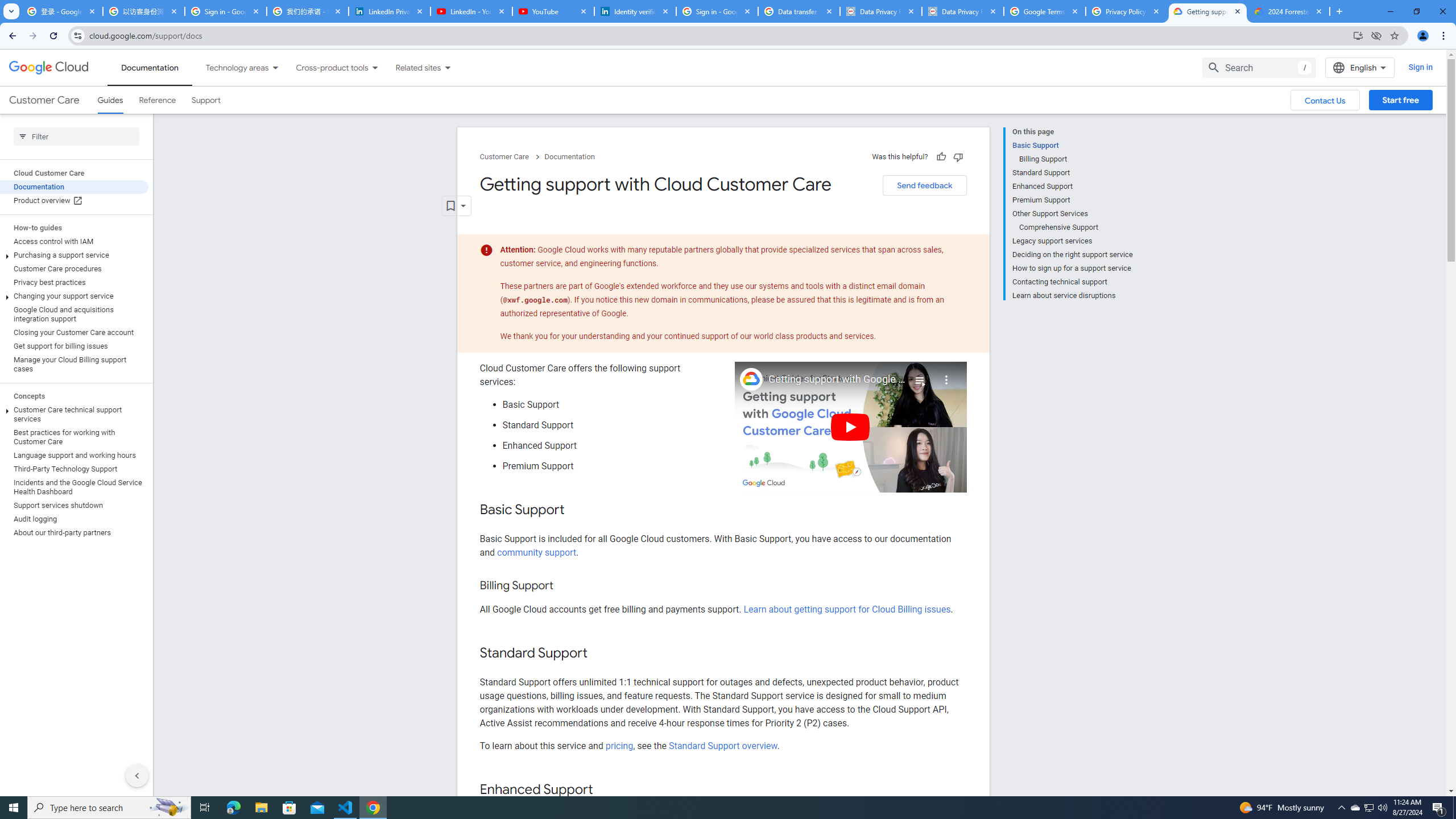 This screenshot has width=1456, height=819. What do you see at coordinates (1376, 35) in the screenshot?
I see `'Third-party cookies blocked'` at bounding box center [1376, 35].